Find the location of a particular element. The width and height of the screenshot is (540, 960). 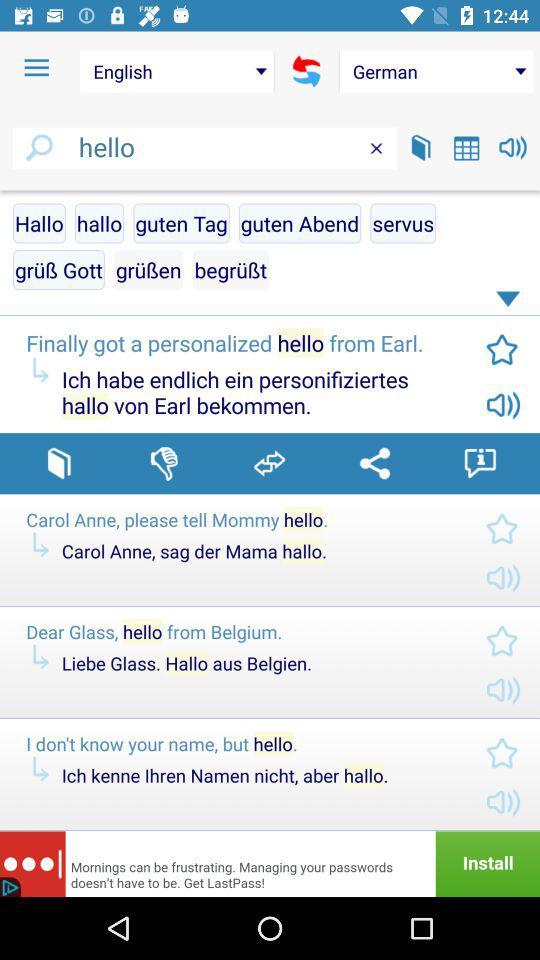

the icon above hello is located at coordinates (36, 68).